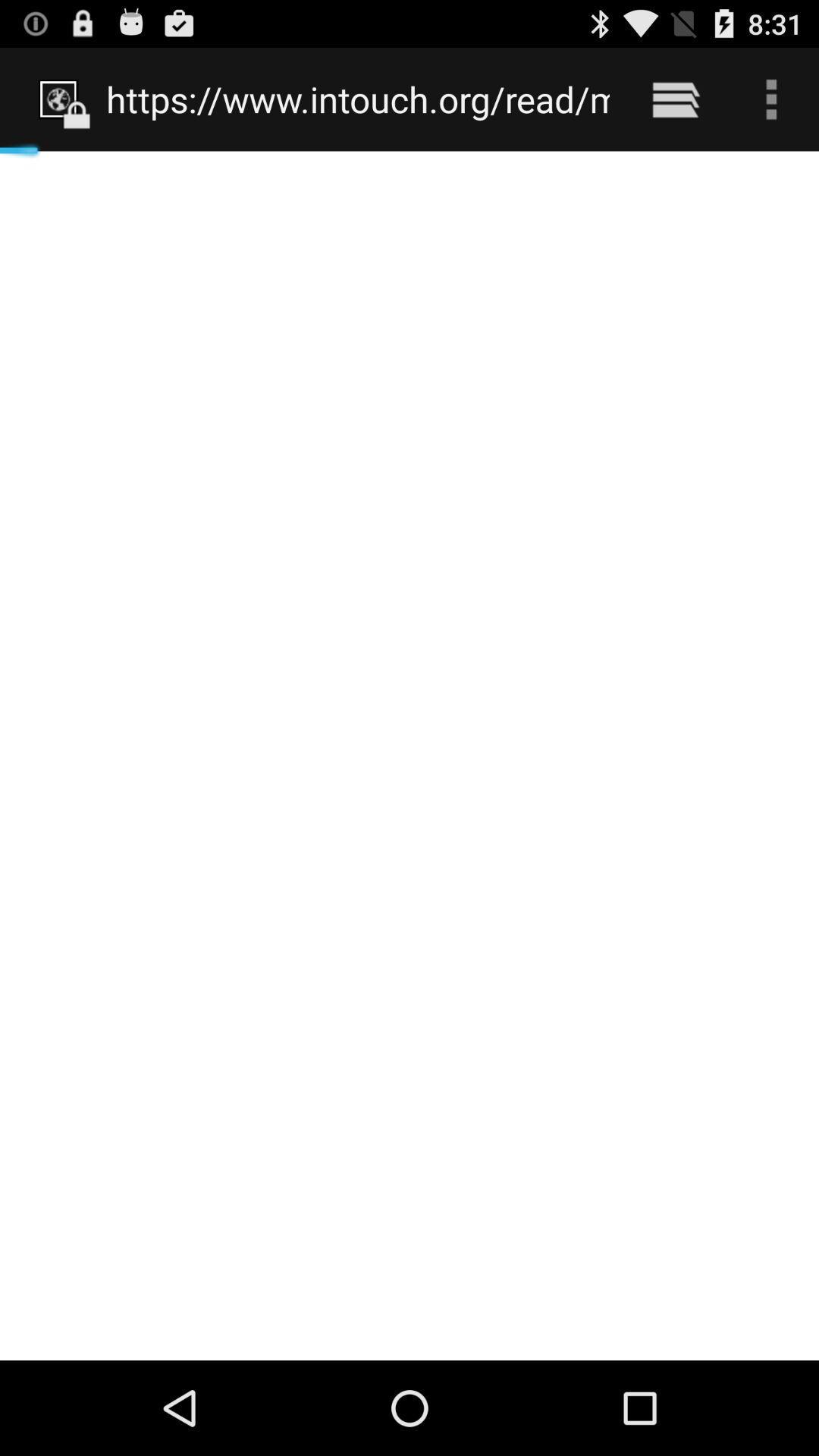 The image size is (819, 1456). I want to click on icon below https www intouch icon, so click(409, 755).